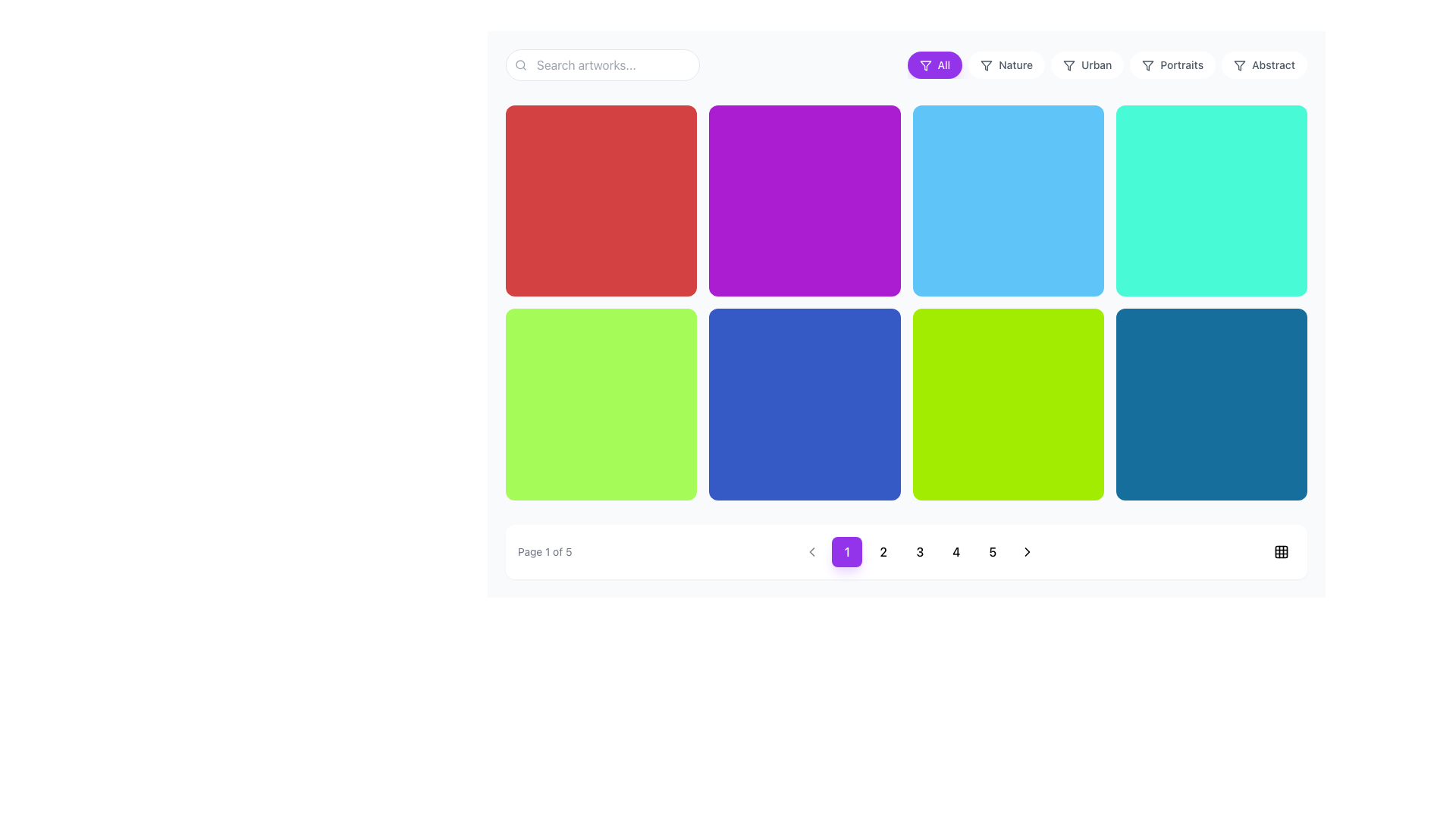 The image size is (1456, 819). I want to click on the rounded rectangular search bar with the placeholder text 'Search artworks...' to observe a visual response, so click(602, 64).